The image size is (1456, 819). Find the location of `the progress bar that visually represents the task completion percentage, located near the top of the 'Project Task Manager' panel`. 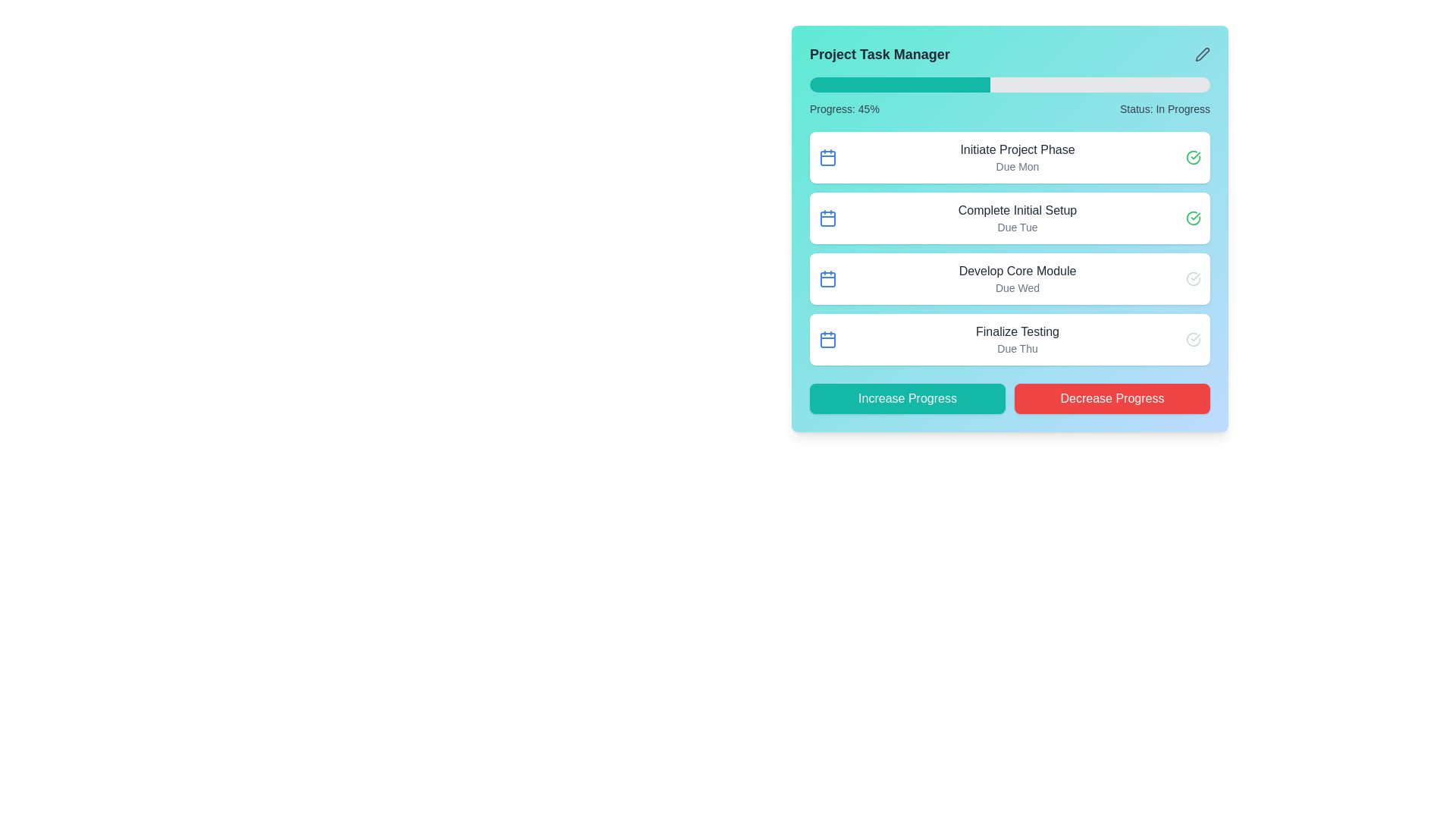

the progress bar that visually represents the task completion percentage, located near the top of the 'Project Task Manager' panel is located at coordinates (1009, 84).